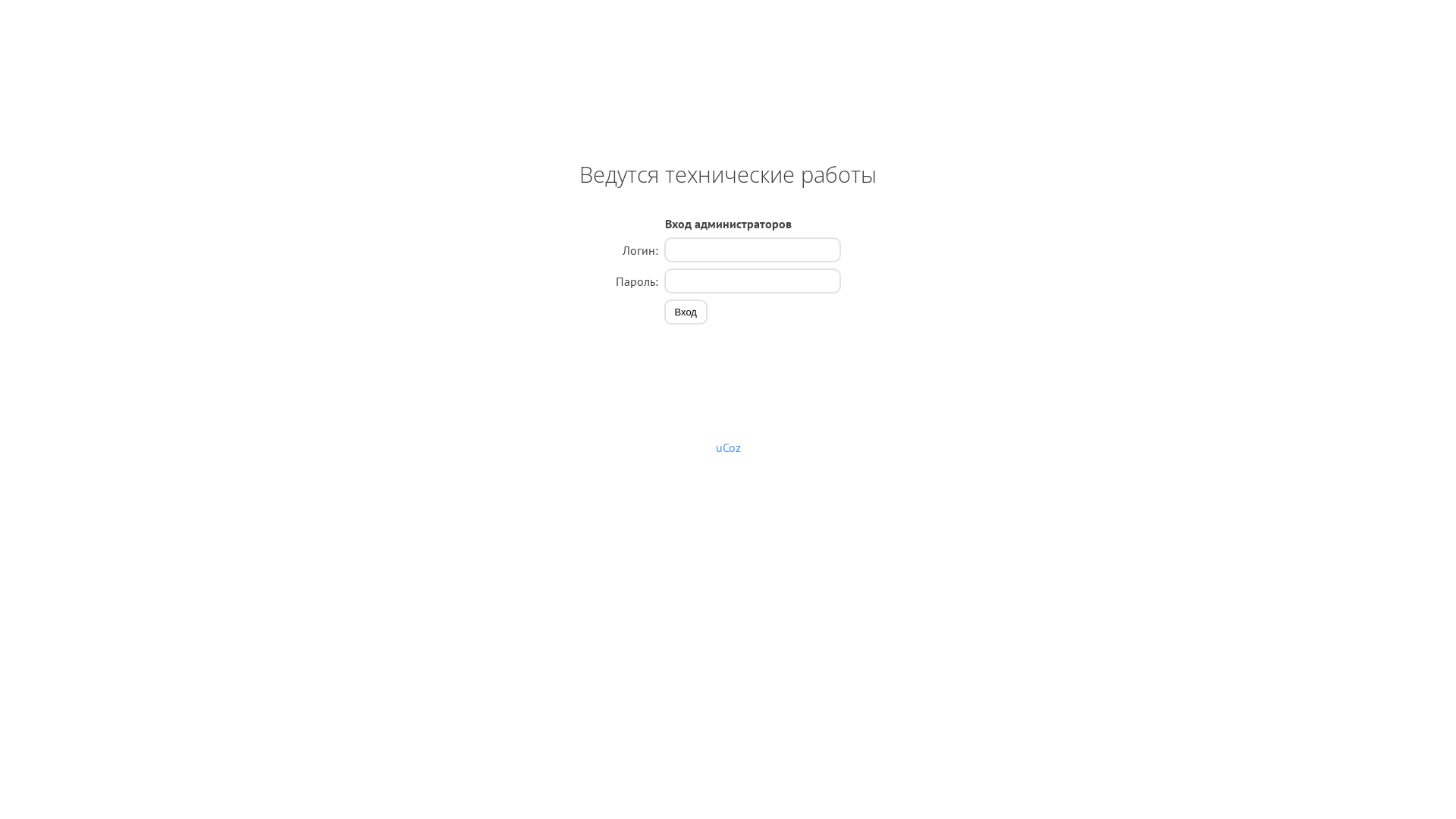  Describe the element at coordinates (728, 447) in the screenshot. I see `'uCoz'` at that location.